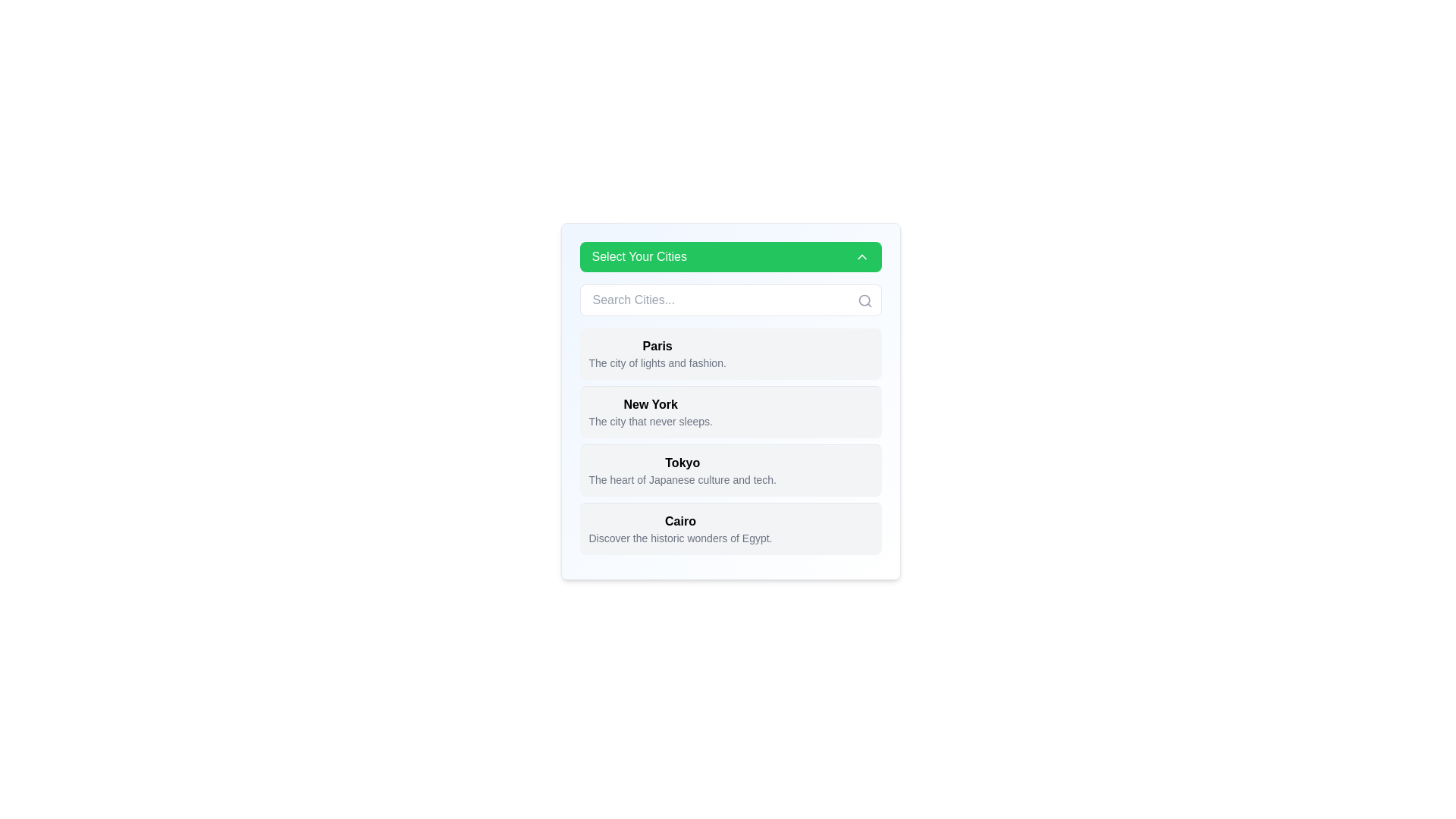 This screenshot has width=1456, height=819. What do you see at coordinates (730, 419) in the screenshot?
I see `the second entry in the city list titled 'New York'` at bounding box center [730, 419].